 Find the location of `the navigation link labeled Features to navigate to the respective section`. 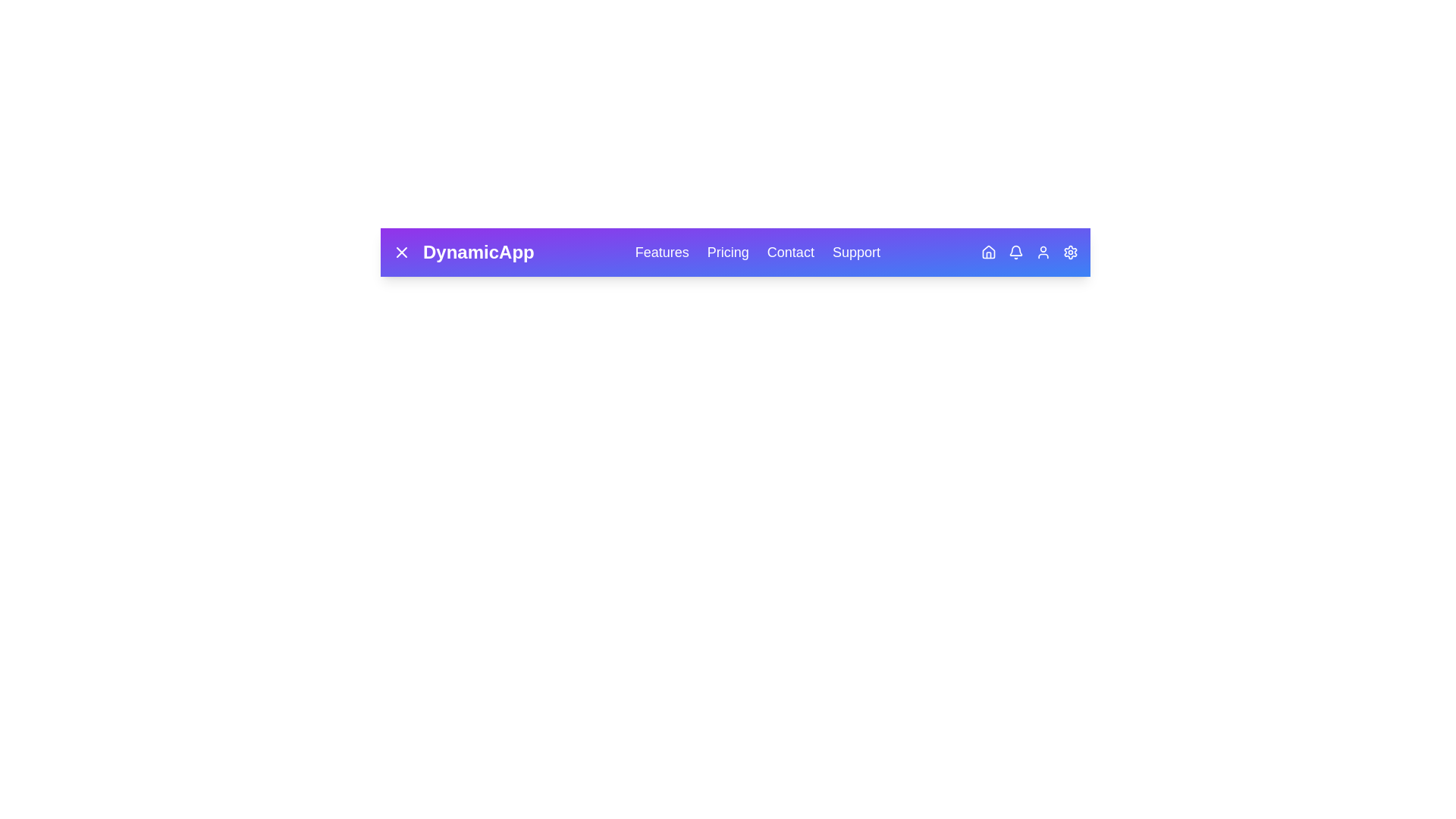

the navigation link labeled Features to navigate to the respective section is located at coordinates (662, 251).